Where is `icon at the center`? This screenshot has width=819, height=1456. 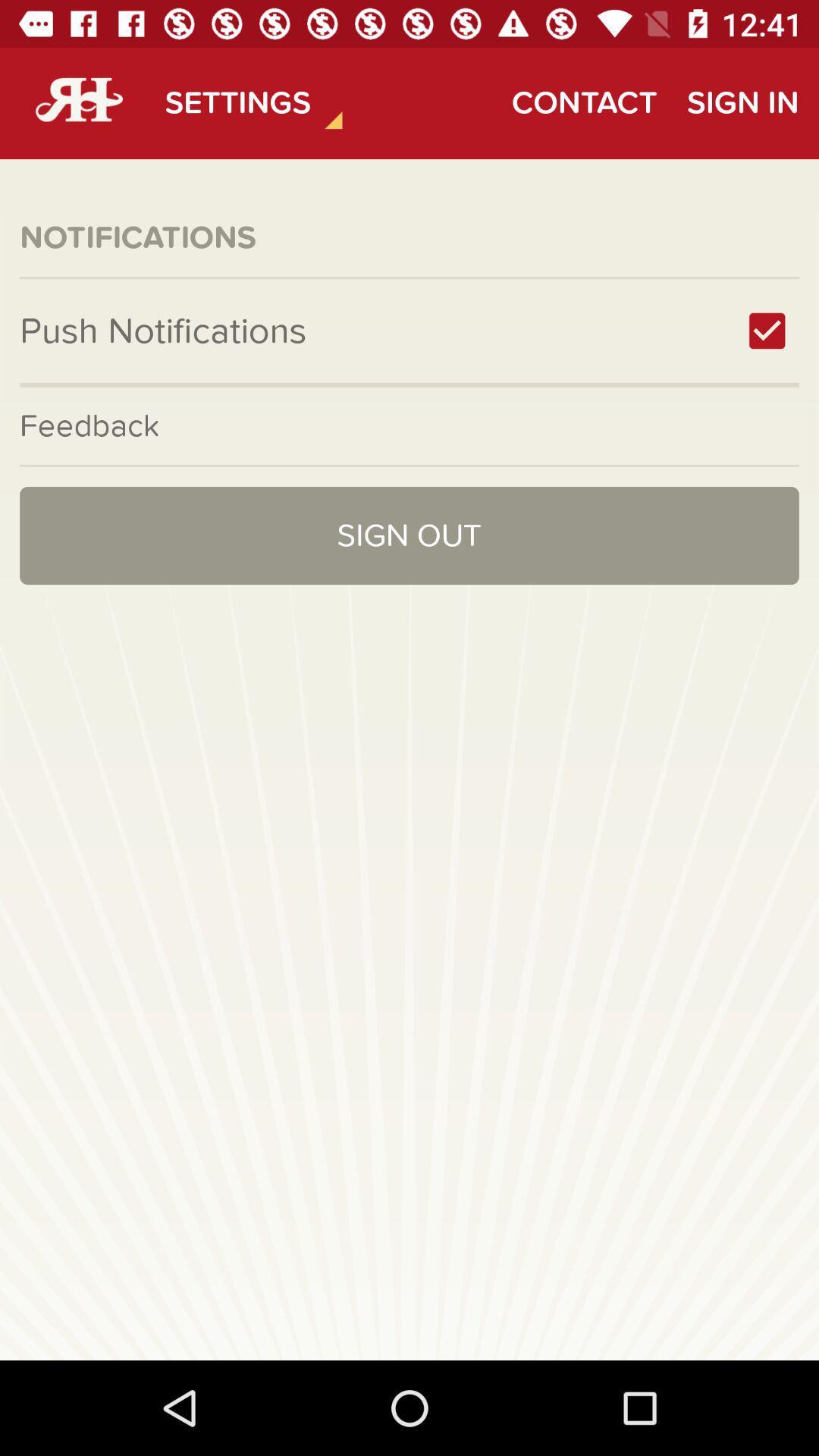
icon at the center is located at coordinates (409, 535).